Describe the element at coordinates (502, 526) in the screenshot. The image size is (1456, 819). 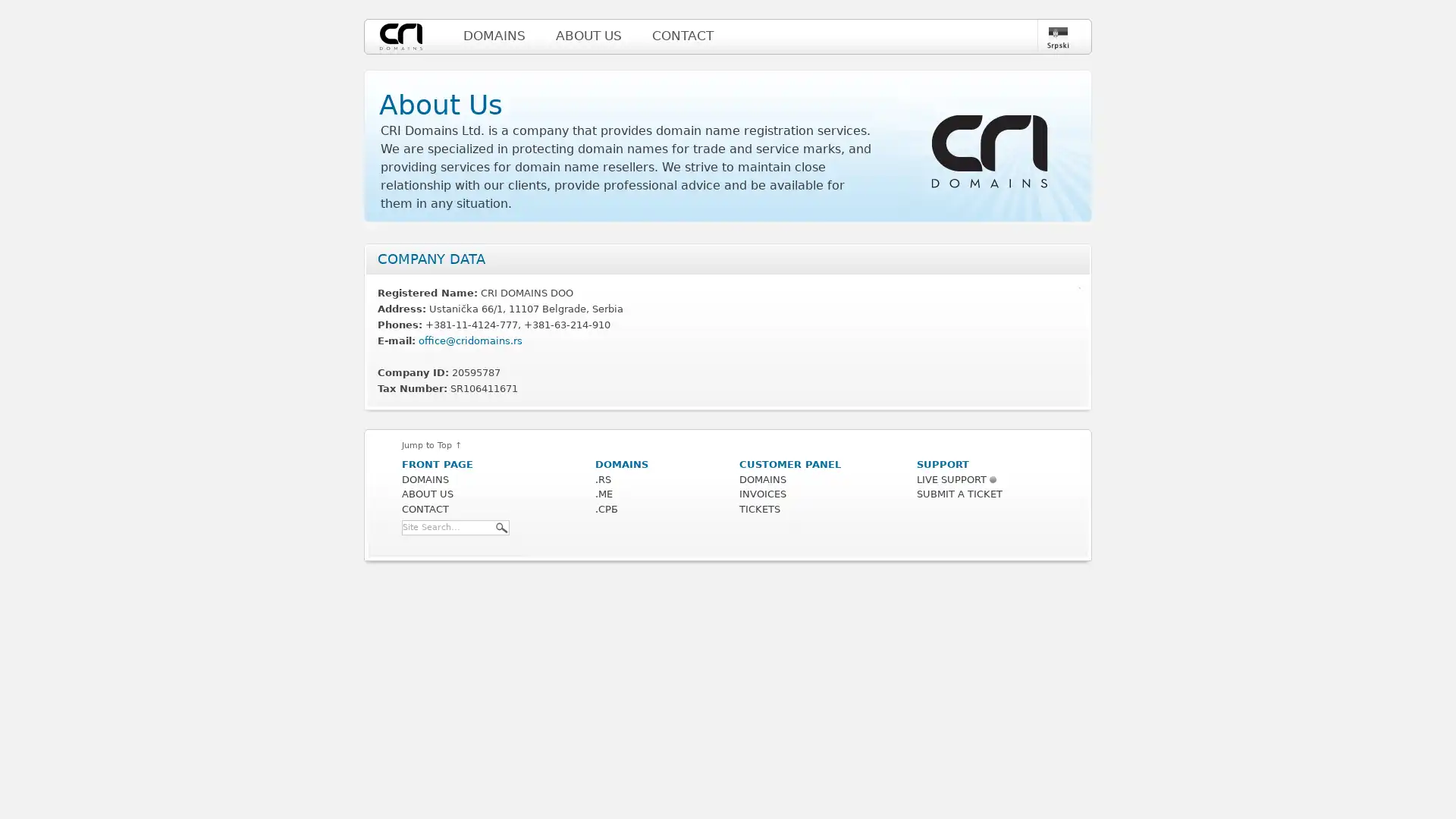
I see `Search` at that location.